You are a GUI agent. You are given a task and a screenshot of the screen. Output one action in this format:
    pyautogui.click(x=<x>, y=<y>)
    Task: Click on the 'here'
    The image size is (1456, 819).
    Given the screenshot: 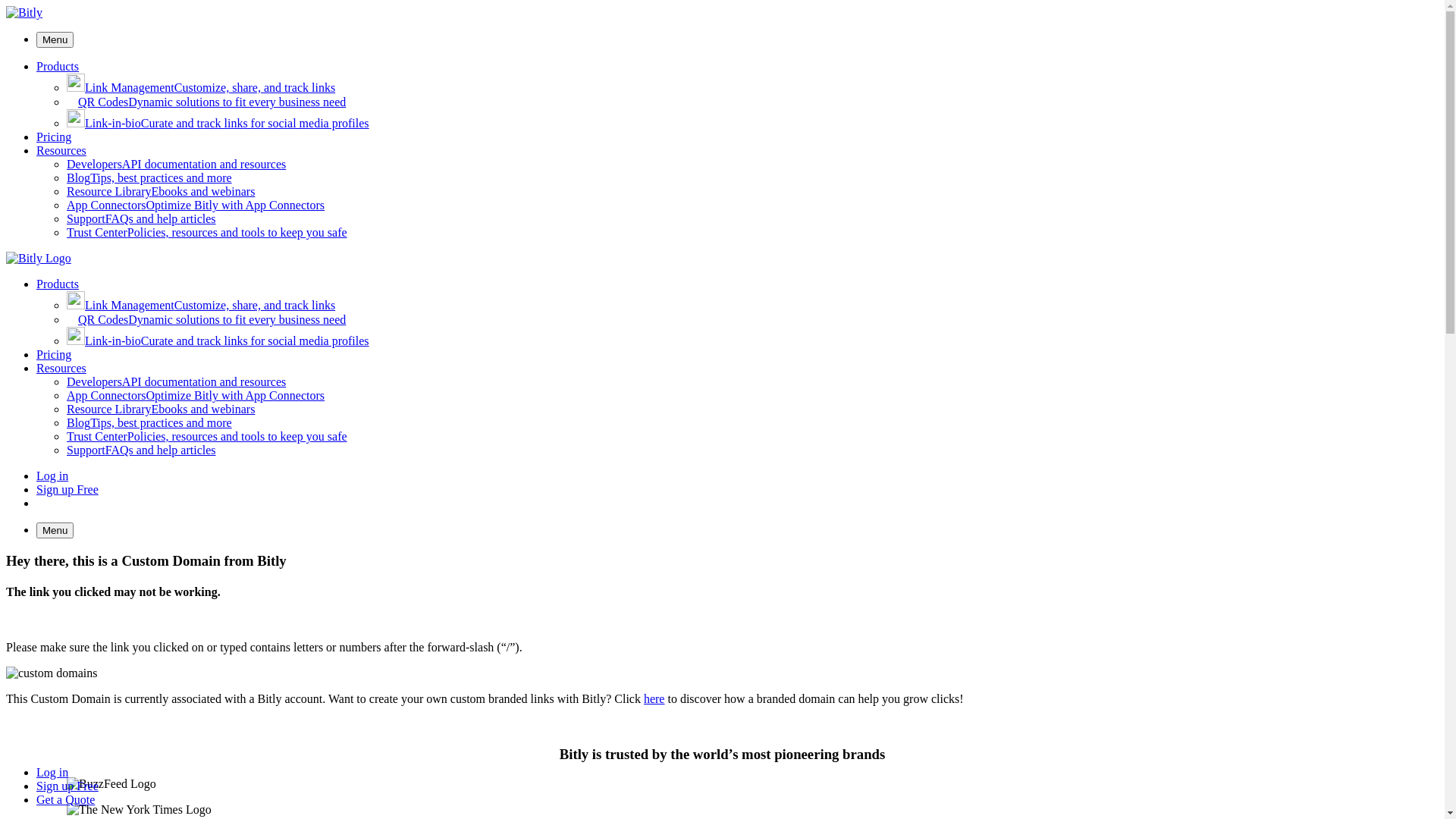 What is the action you would take?
    pyautogui.click(x=654, y=698)
    